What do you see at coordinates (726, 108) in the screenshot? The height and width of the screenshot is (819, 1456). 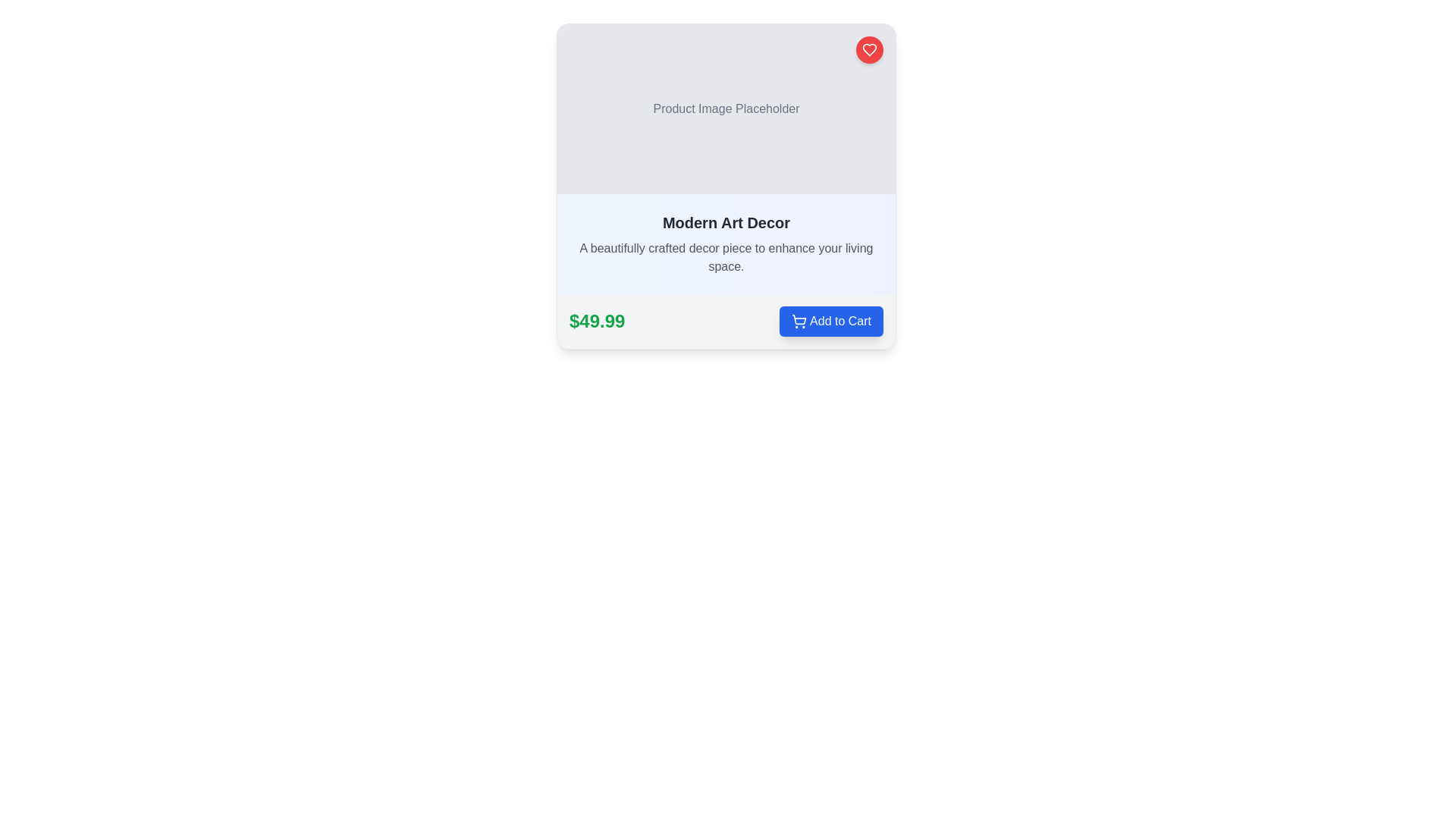 I see `the Static placeholder element located at the top of the card structure, which serves as an image placeholder` at bounding box center [726, 108].